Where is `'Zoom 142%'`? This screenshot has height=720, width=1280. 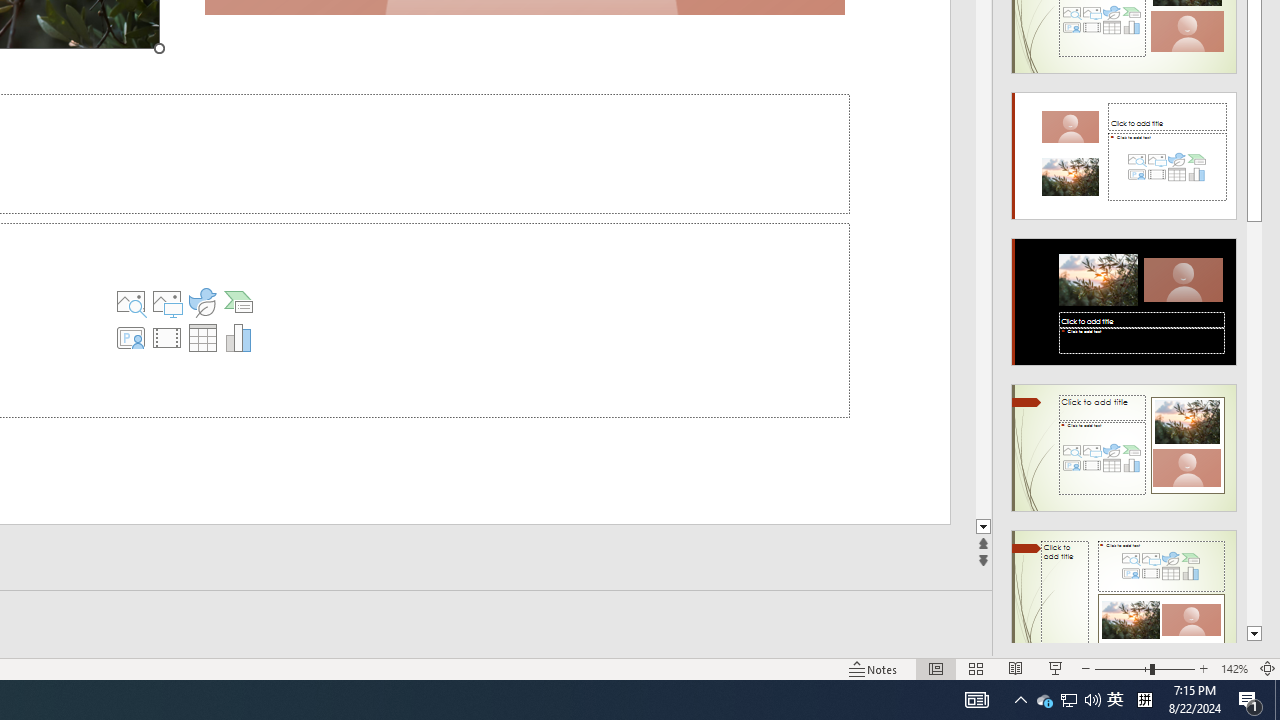 'Zoom 142%' is located at coordinates (1233, 669).